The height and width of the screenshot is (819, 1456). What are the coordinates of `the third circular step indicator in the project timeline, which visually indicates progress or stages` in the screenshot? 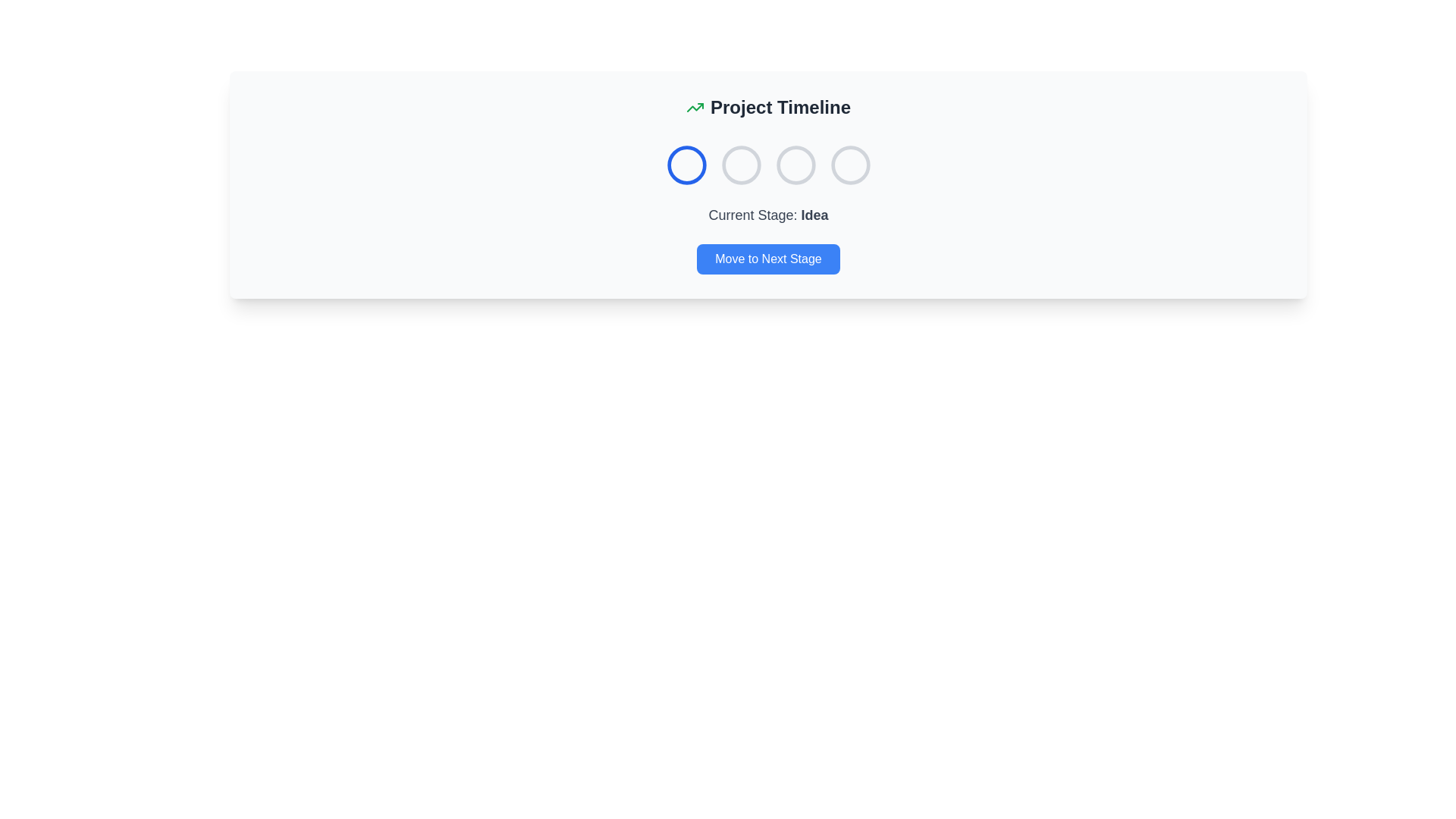 It's located at (795, 165).